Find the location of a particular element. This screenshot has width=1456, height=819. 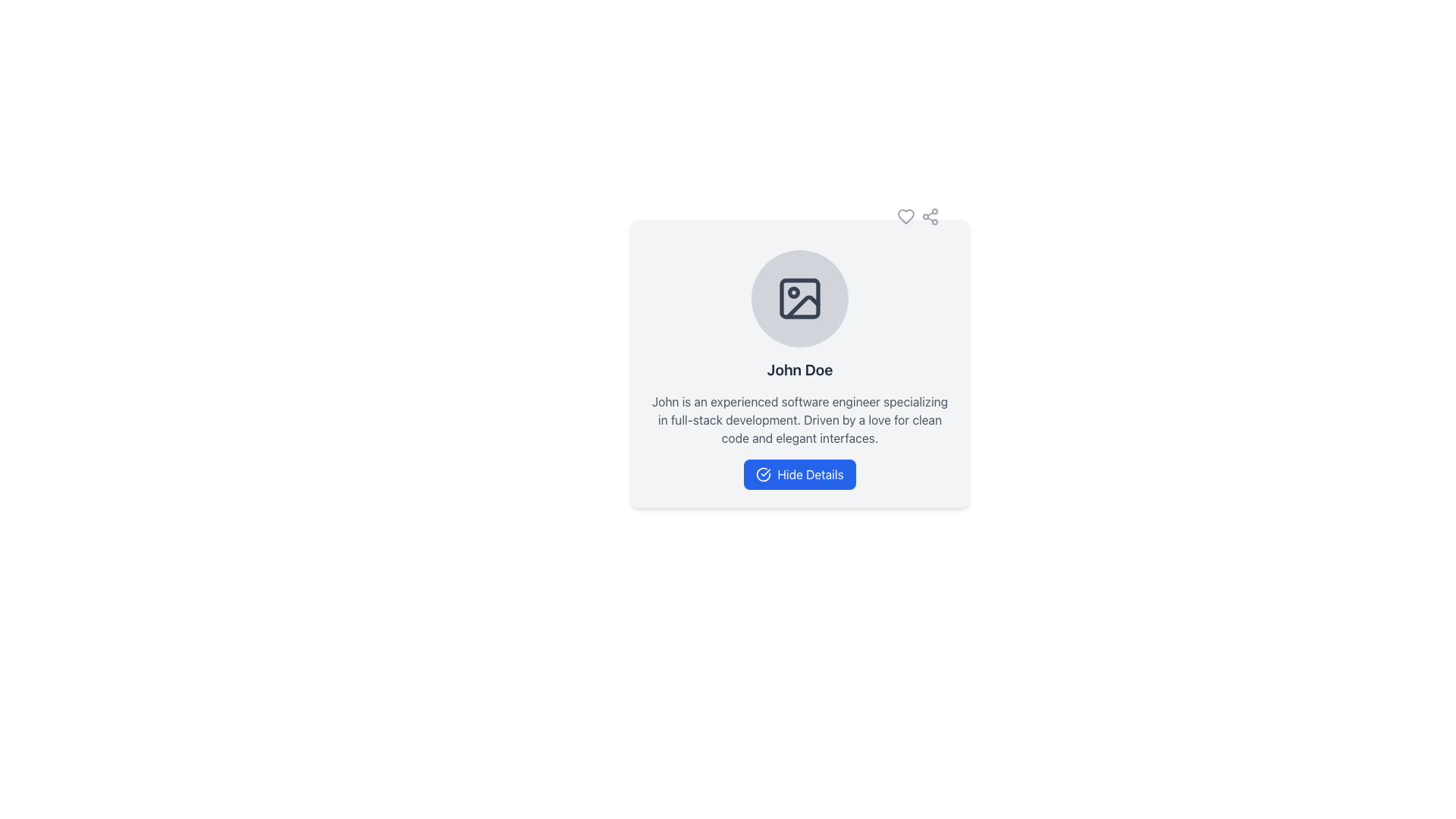

the Text Label that displays the name of the individual in the card layout, located under the circular avatar and above the descriptive text is located at coordinates (799, 370).